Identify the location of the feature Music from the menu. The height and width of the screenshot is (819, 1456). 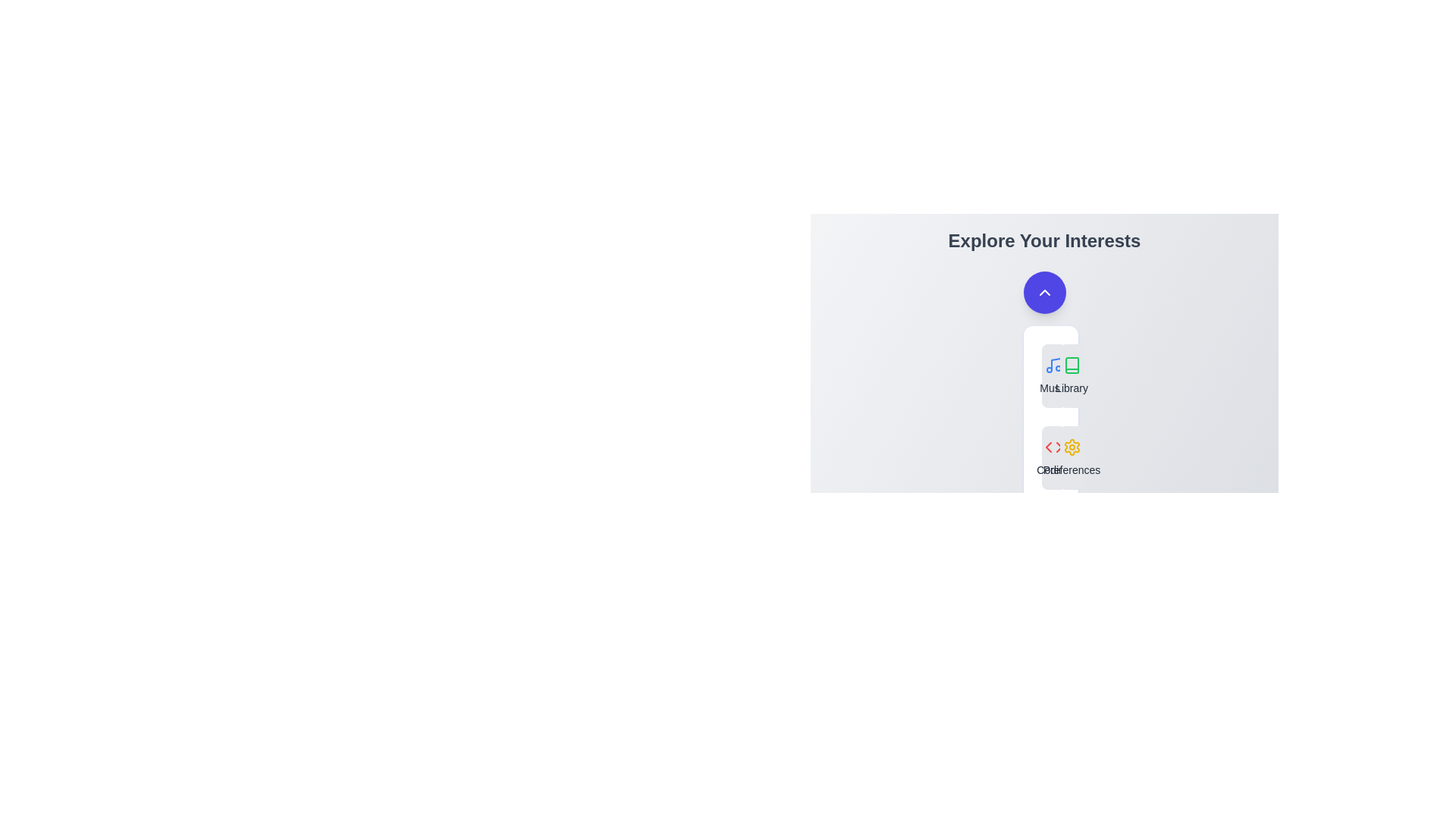
(1053, 375).